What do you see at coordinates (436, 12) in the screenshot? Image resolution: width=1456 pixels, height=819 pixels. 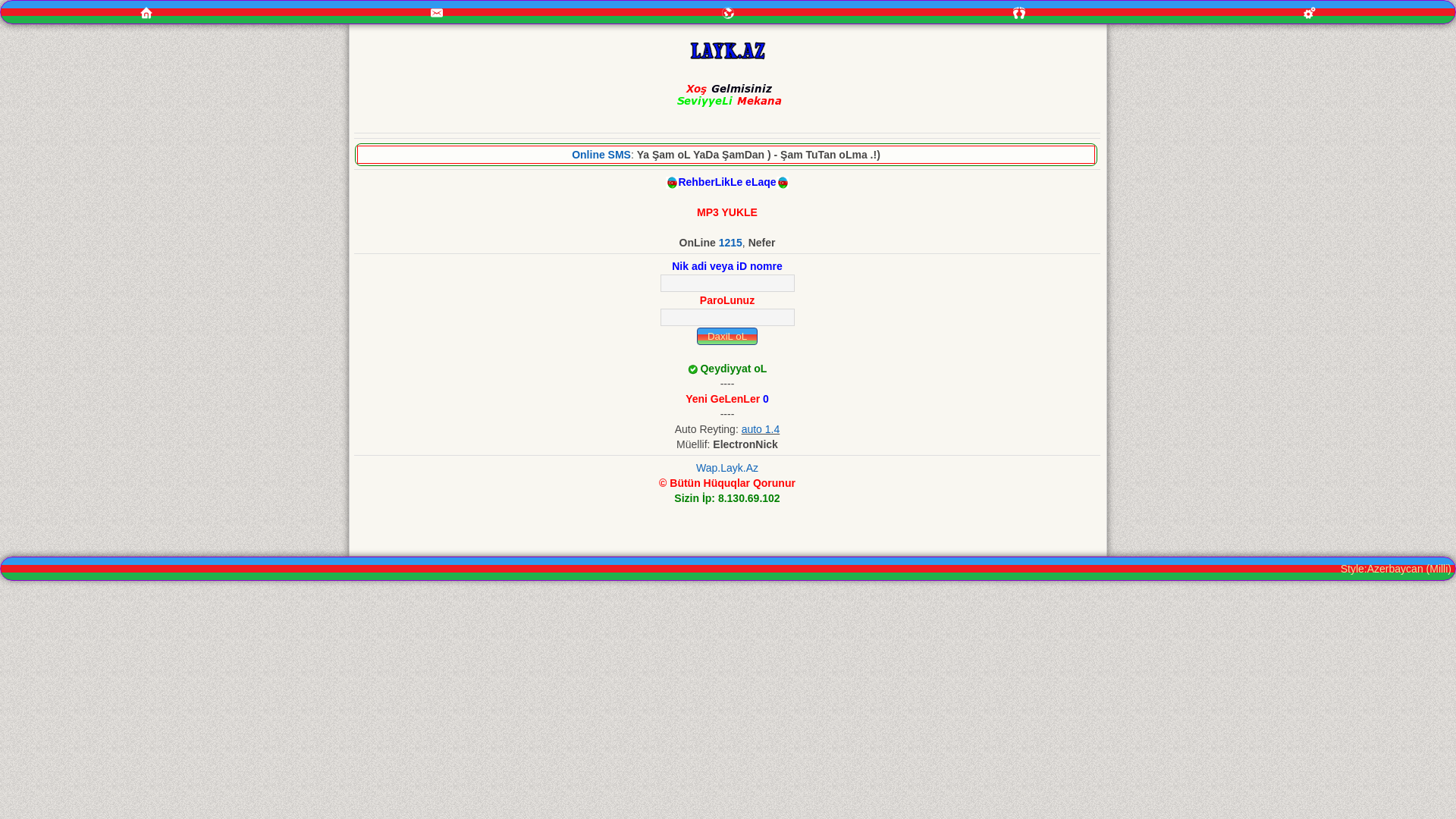 I see `'Mesajlar'` at bounding box center [436, 12].